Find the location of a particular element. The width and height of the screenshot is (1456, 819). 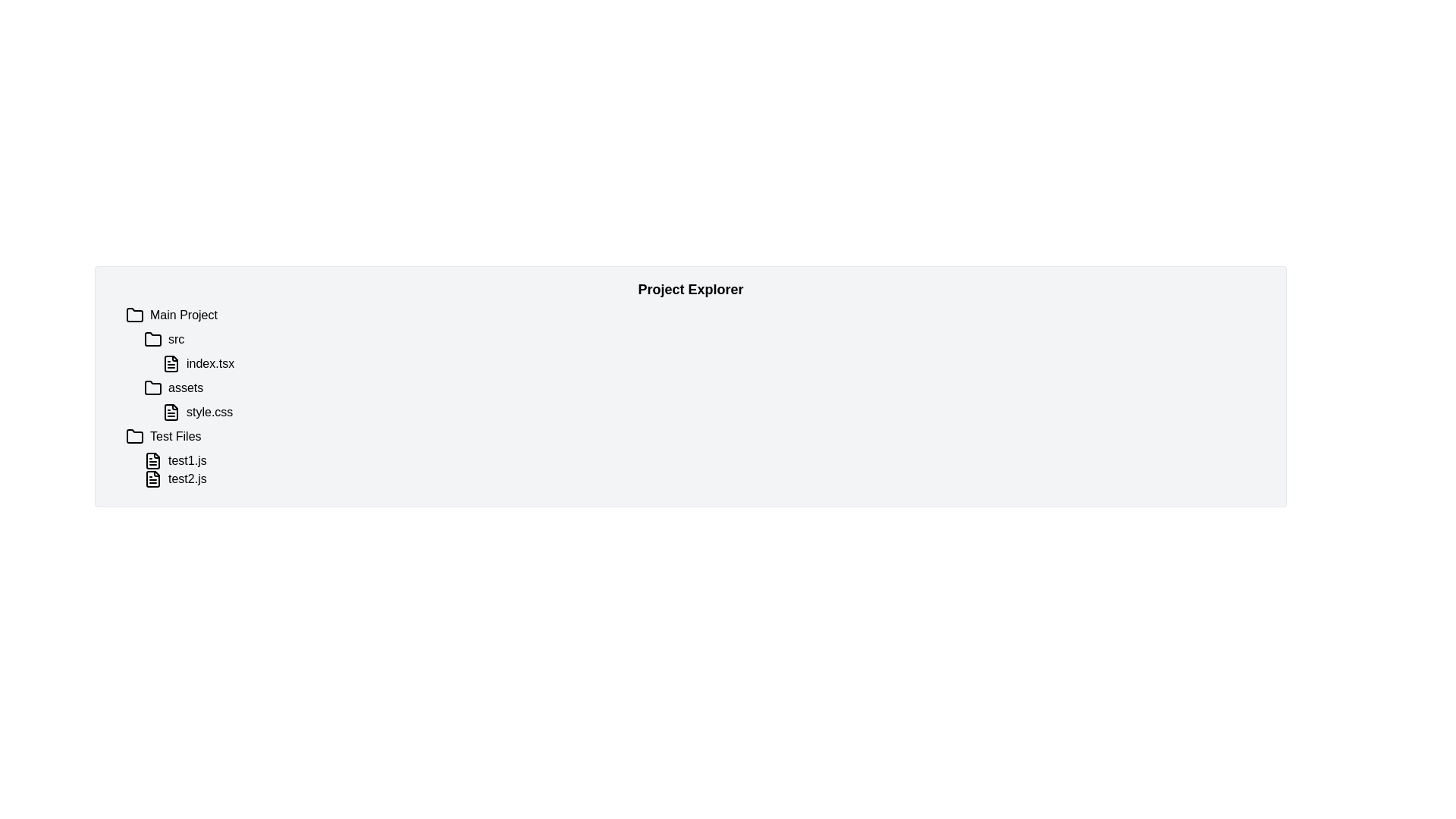

the folder icon representing the 'src' folder is located at coordinates (152, 338).